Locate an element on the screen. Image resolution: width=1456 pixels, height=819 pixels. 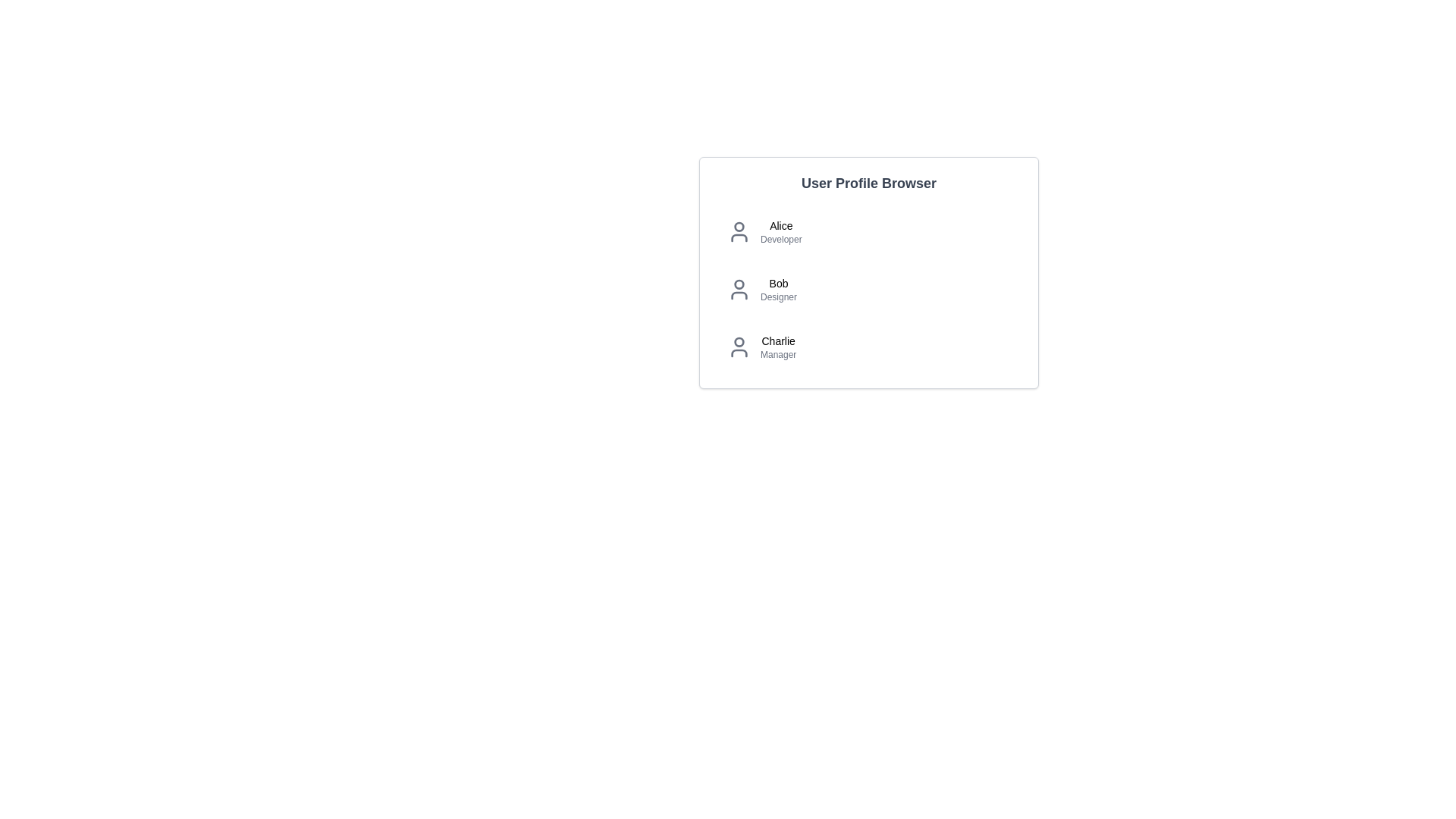
the lower curved stroke of the user icon representing 'Alice Developer', which is part of an SVG structure is located at coordinates (739, 237).